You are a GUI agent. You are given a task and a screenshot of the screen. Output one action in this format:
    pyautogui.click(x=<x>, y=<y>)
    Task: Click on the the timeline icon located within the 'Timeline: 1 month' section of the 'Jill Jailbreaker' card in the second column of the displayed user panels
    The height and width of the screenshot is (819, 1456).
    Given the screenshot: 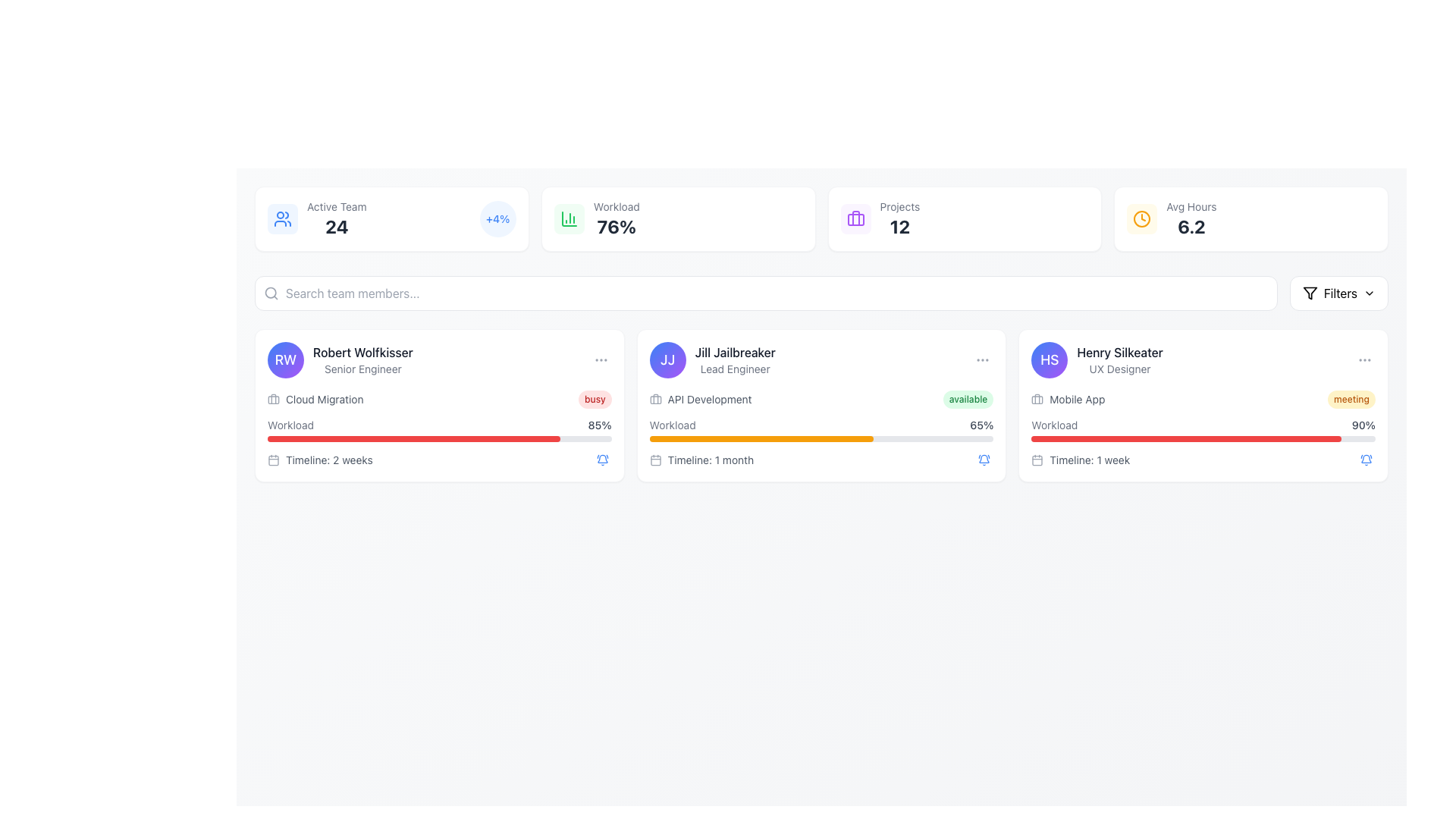 What is the action you would take?
    pyautogui.click(x=655, y=459)
    